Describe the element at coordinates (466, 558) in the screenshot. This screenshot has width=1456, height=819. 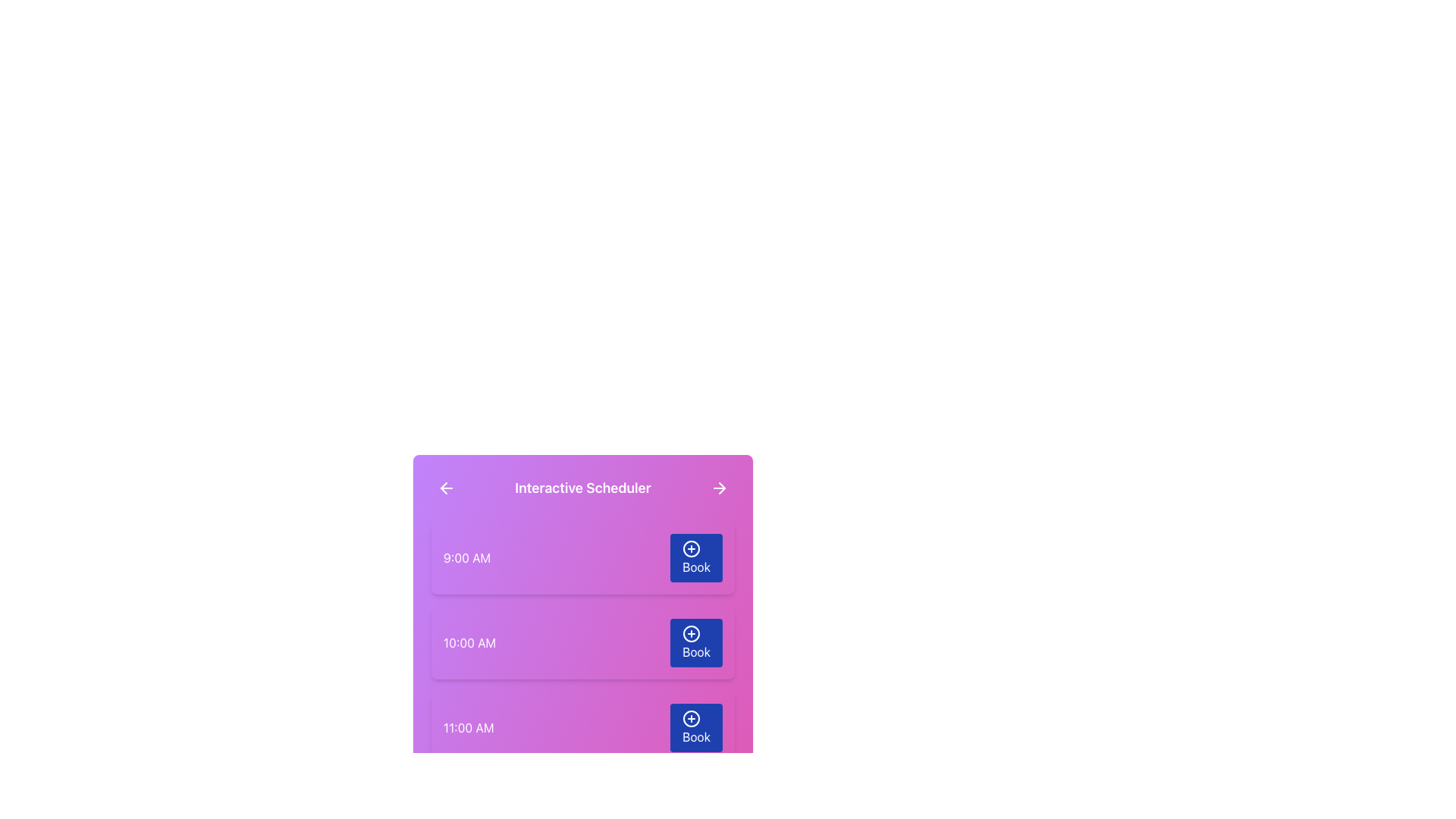
I see `the text label displaying '9:00 AM' positioned on the left side of the purple rectangular card in the vertically stacked list` at that location.